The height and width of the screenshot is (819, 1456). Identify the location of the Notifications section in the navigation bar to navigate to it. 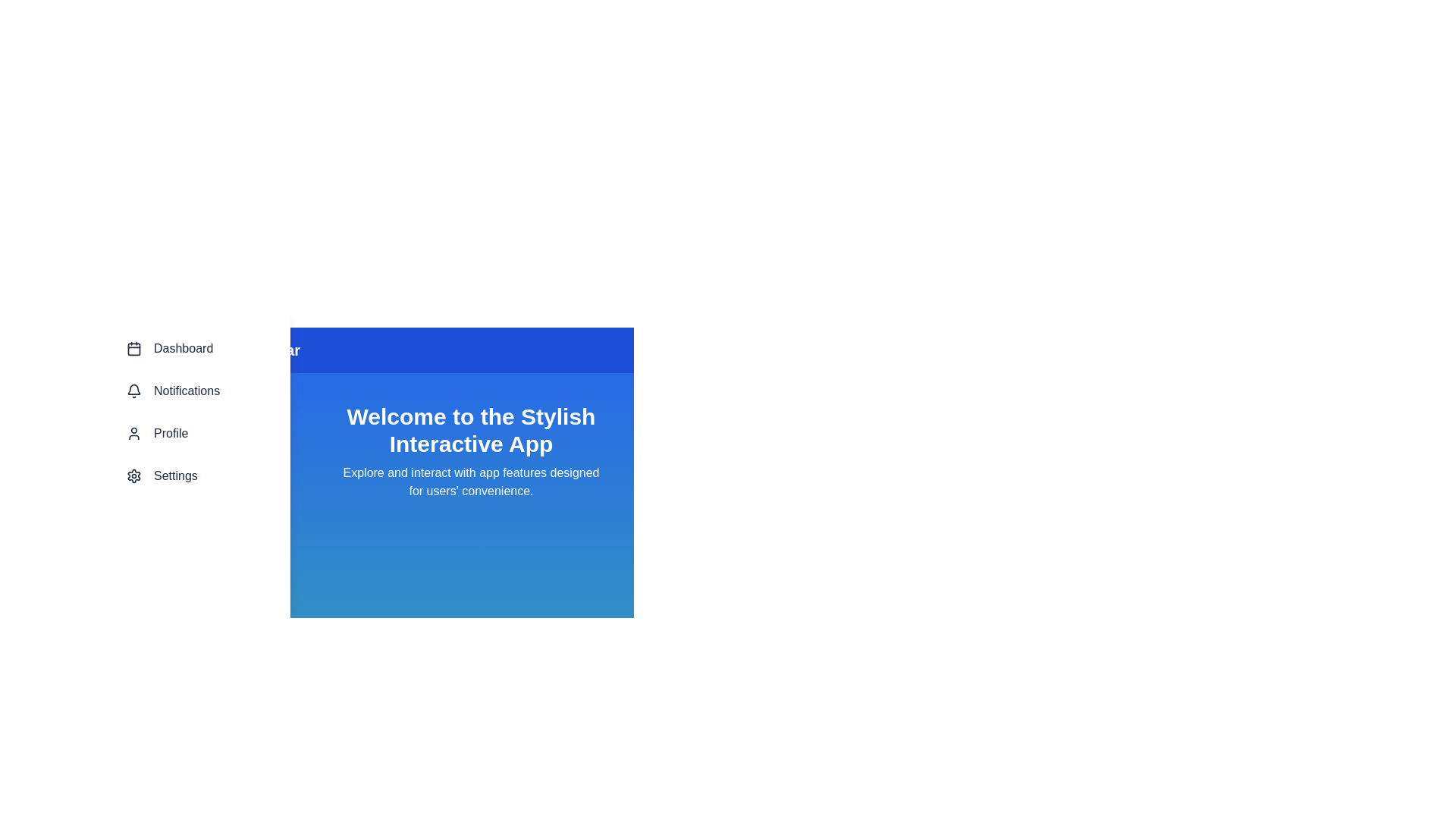
(192, 391).